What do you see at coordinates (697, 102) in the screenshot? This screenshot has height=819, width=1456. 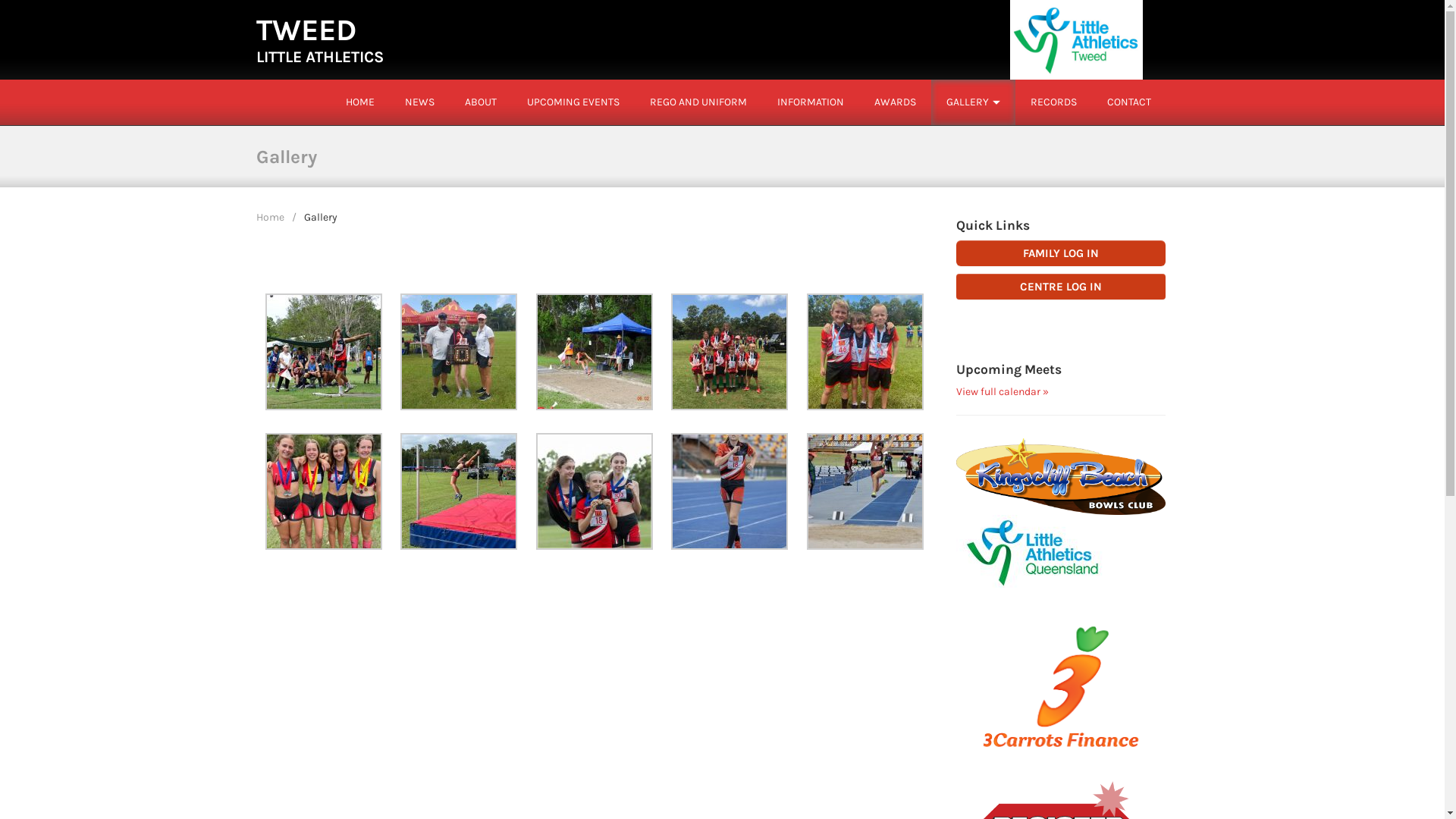 I see `'REGO AND UNIFORM'` at bounding box center [697, 102].